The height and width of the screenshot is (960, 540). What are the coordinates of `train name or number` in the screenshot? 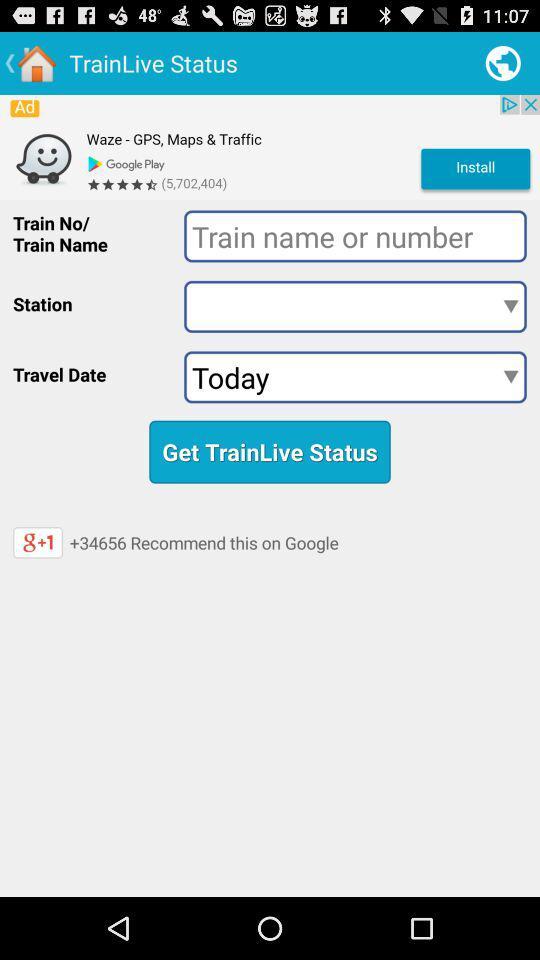 It's located at (354, 236).